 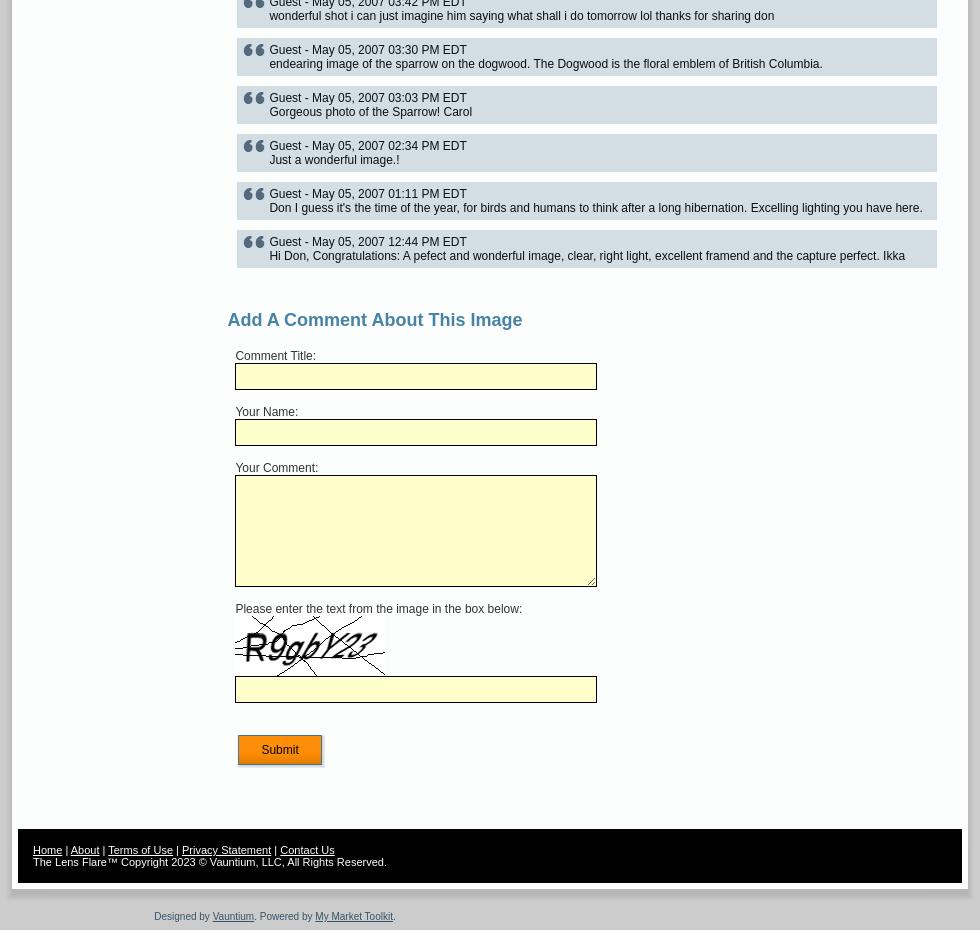 What do you see at coordinates (182, 916) in the screenshot?
I see `'Designed by'` at bounding box center [182, 916].